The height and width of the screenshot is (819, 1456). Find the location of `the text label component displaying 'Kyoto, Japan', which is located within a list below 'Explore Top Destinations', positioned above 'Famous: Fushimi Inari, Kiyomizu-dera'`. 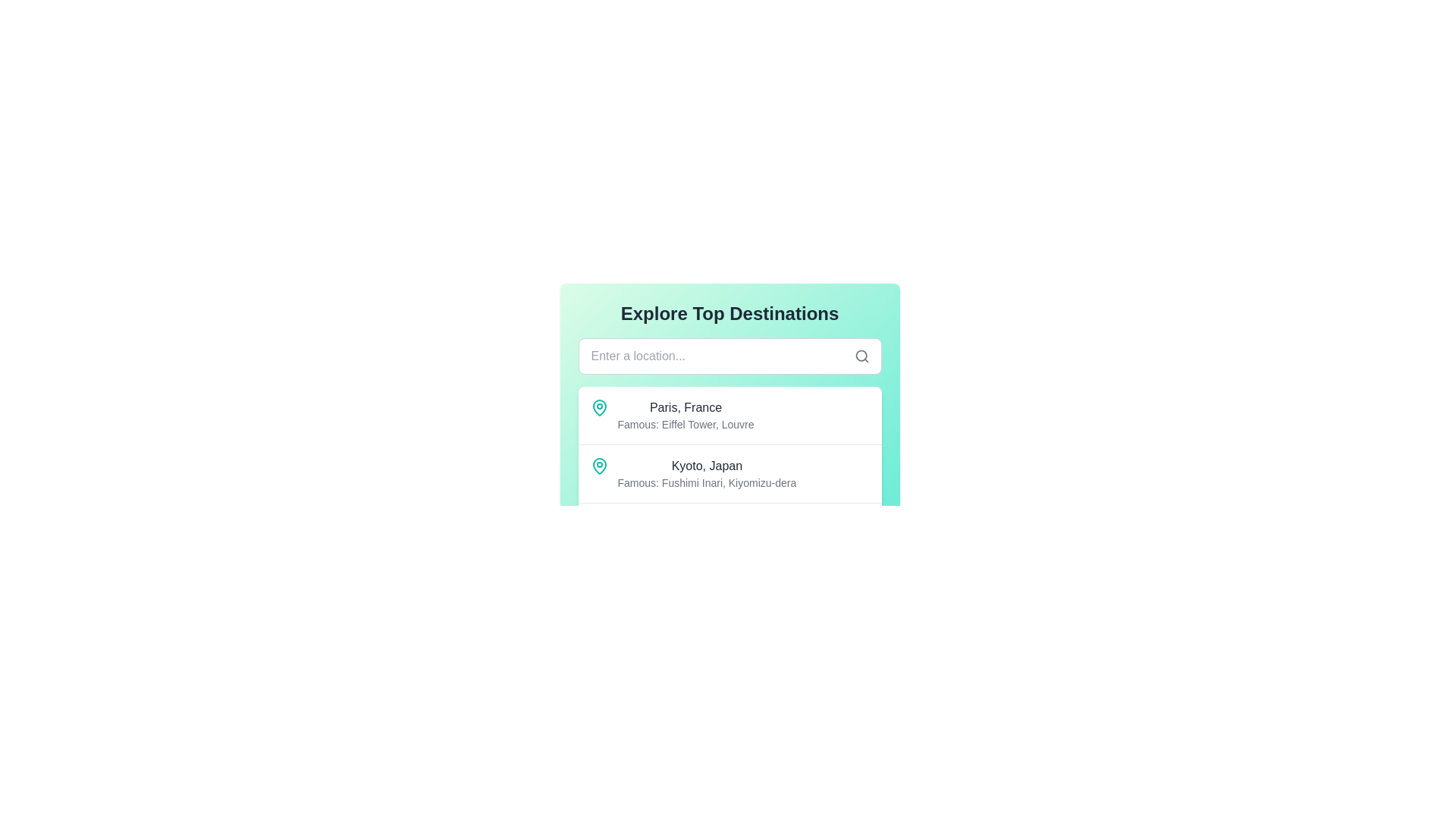

the text label component displaying 'Kyoto, Japan', which is located within a list below 'Explore Top Destinations', positioned above 'Famous: Fushimi Inari, Kiyomizu-dera' is located at coordinates (706, 465).